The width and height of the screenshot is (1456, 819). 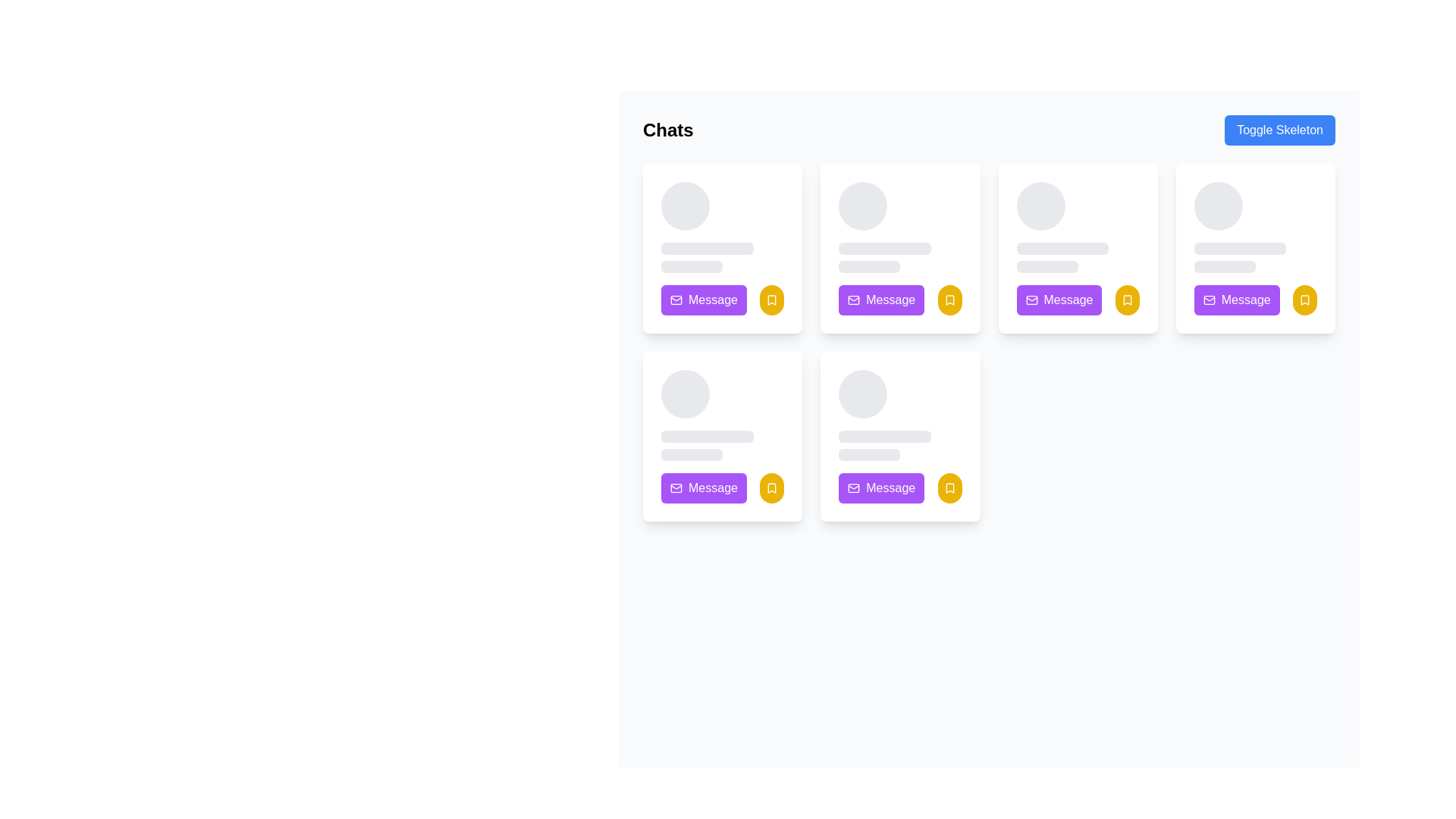 I want to click on the yellow bookmark-like icon with a rounded top and pointed bottom, located at the bottom-right corner of the lower-left card in a grid of six cards, so click(x=949, y=488).